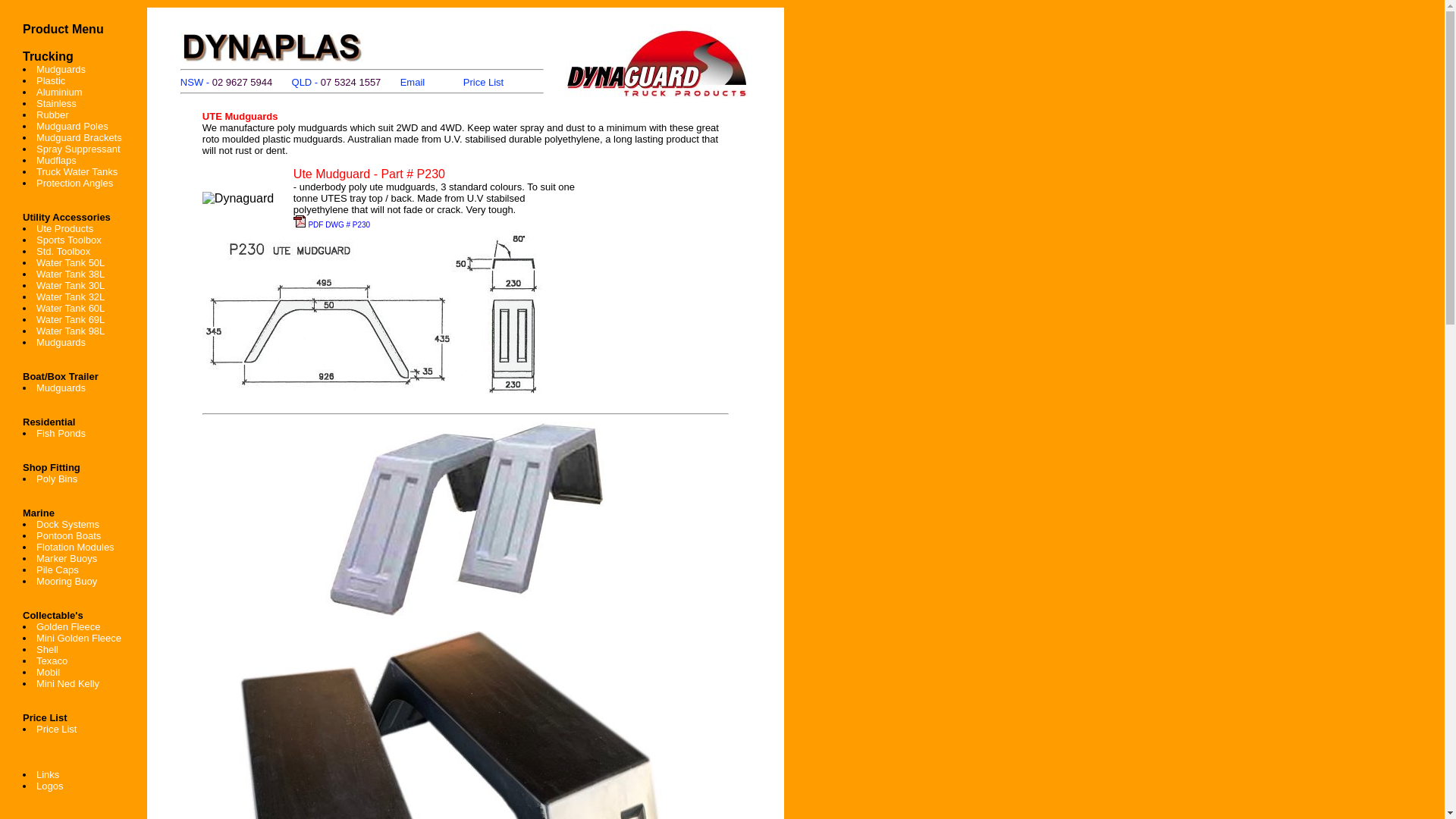  What do you see at coordinates (65, 558) in the screenshot?
I see `'Marker Buoys'` at bounding box center [65, 558].